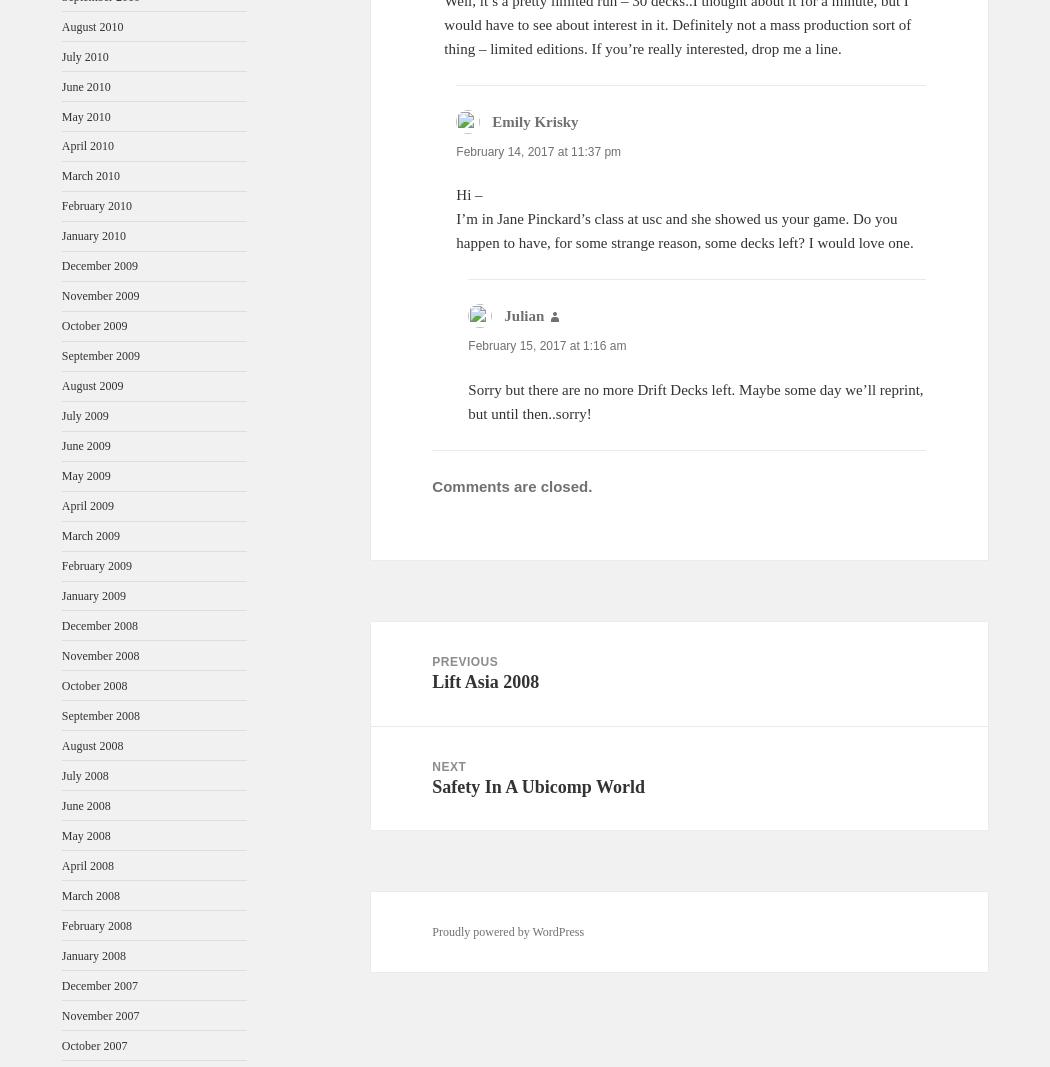  I want to click on 'Hi –', so click(469, 195).